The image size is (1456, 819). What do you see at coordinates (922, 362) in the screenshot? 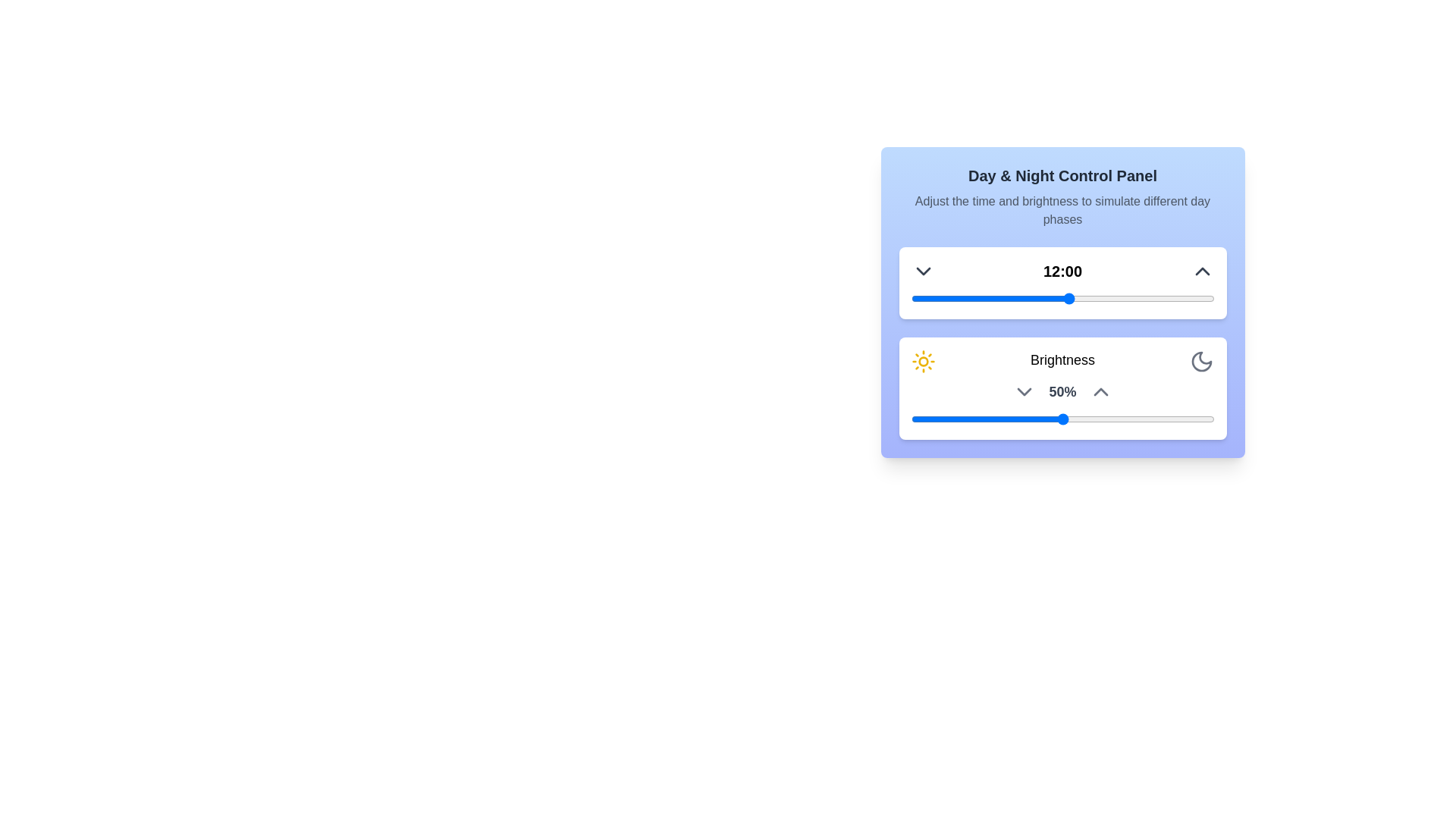
I see `the small circular shape within the sun icon in the 'Brightness' section of the control panel` at bounding box center [922, 362].